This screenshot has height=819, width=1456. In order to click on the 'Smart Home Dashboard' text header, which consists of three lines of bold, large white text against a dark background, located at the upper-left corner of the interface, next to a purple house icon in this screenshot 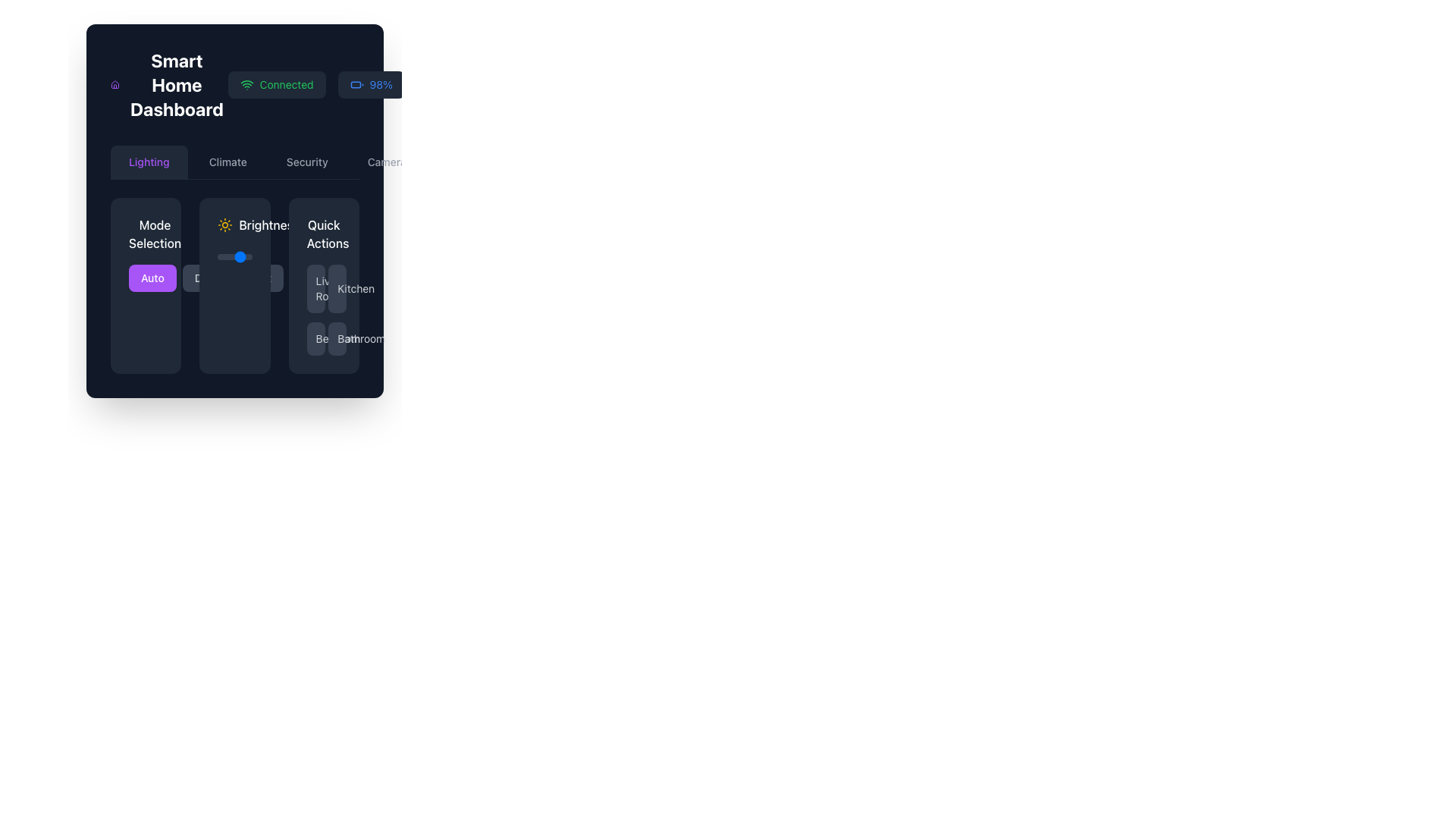, I will do `click(169, 84)`.